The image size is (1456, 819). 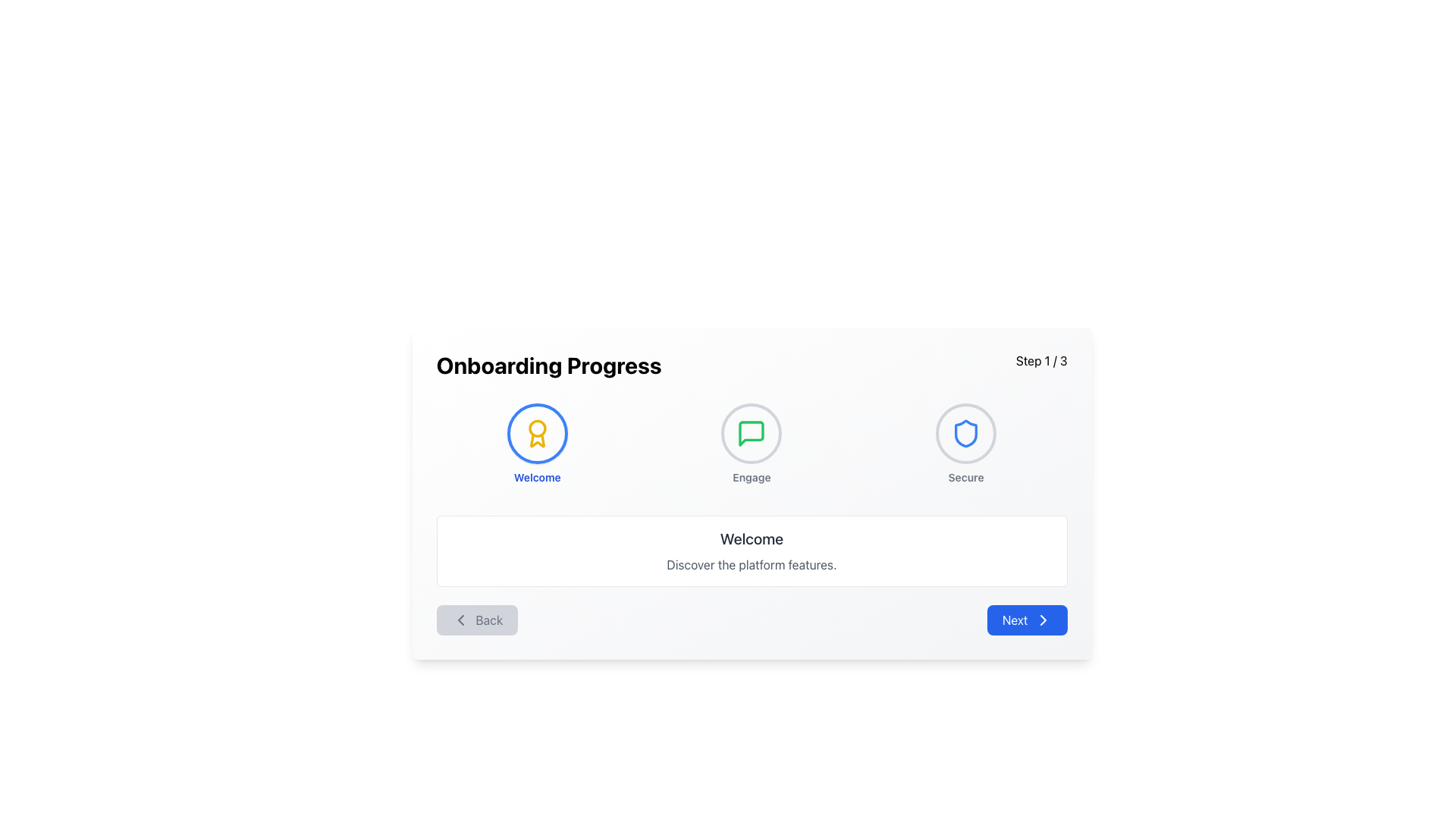 What do you see at coordinates (752, 551) in the screenshot?
I see `information displayed in the text block that says 'Welcome' and 'Discover the platform features.' located centrally below the icons labeled 'Welcome', 'Engage', and 'Secure'` at bounding box center [752, 551].